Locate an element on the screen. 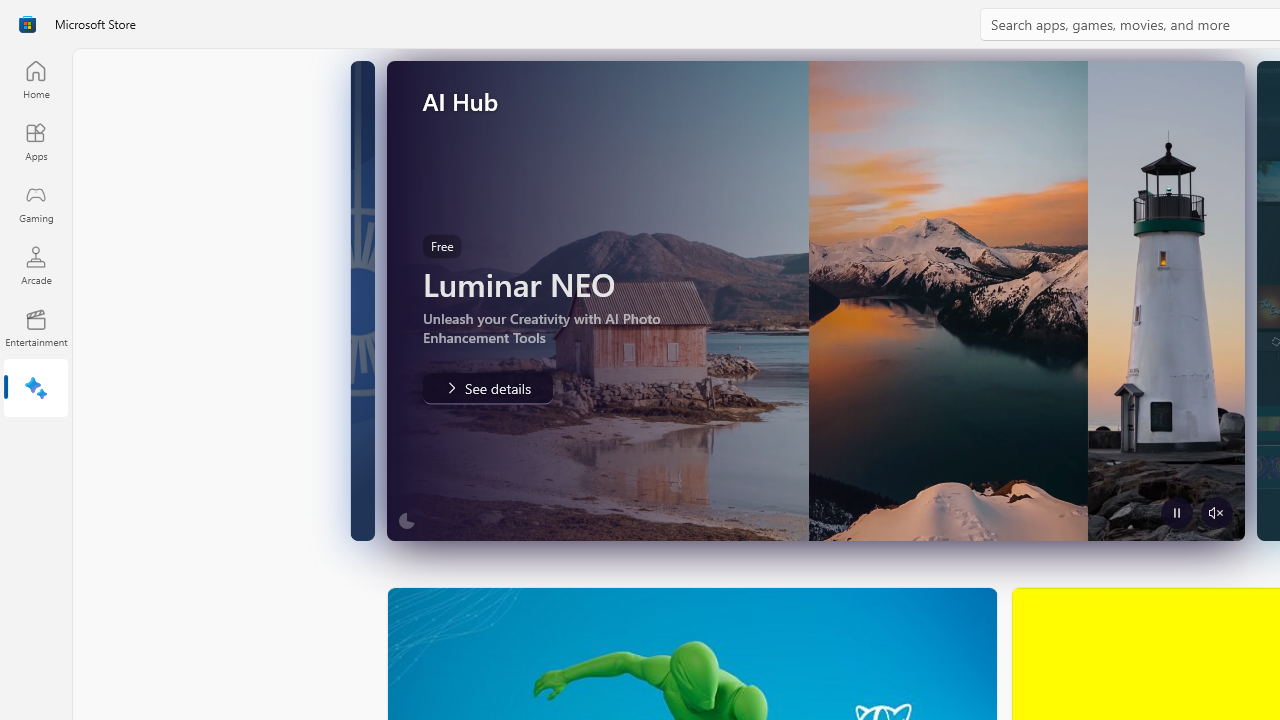  'Pause Trailer' is located at coordinates (1175, 512).